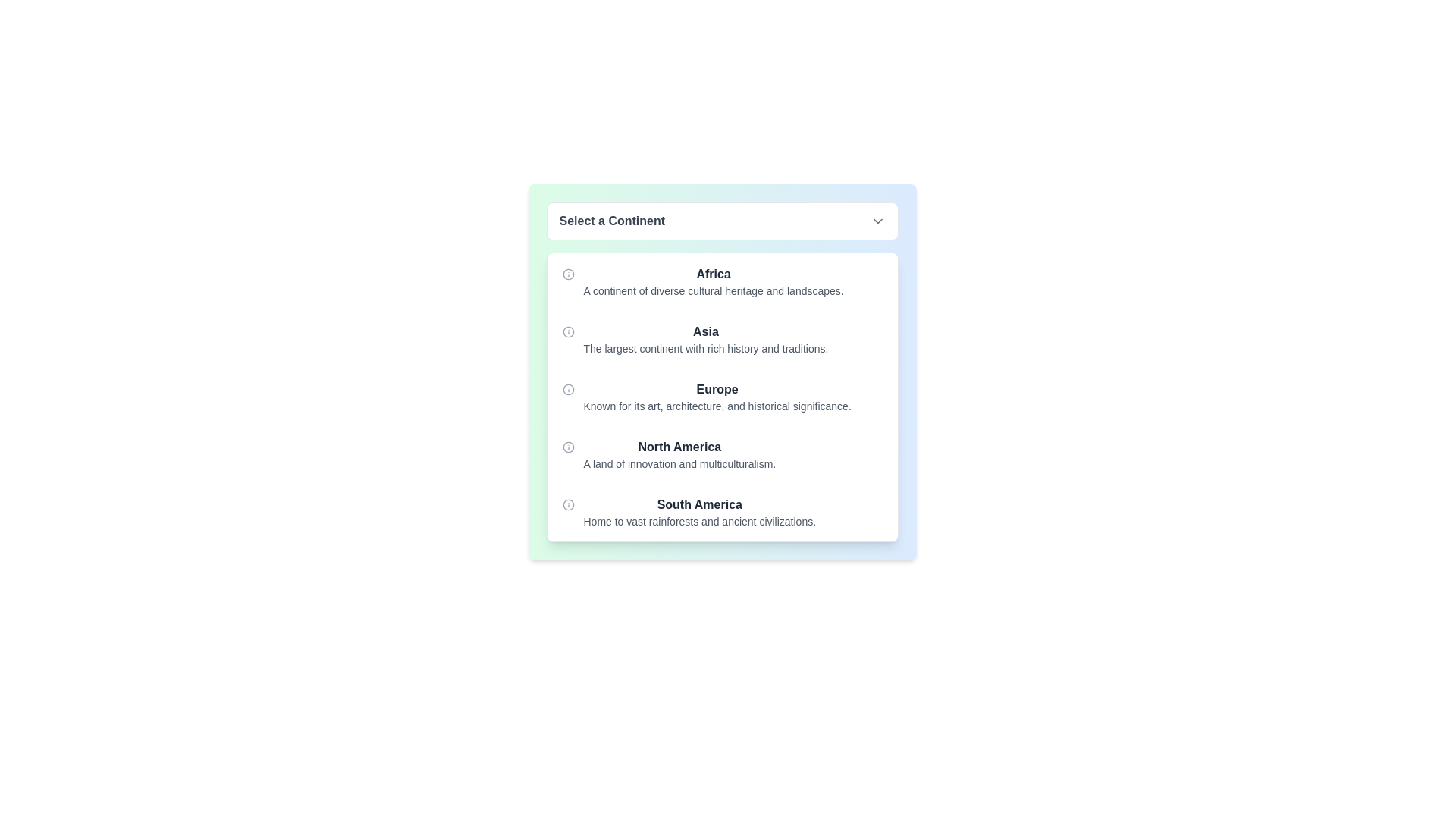 The width and height of the screenshot is (1456, 819). Describe the element at coordinates (705, 348) in the screenshot. I see `the informational text label that provides additional context about the 'Asia' selection option, located directly under the bold 'Asia' title in the 'Select a Continent' list view` at that location.